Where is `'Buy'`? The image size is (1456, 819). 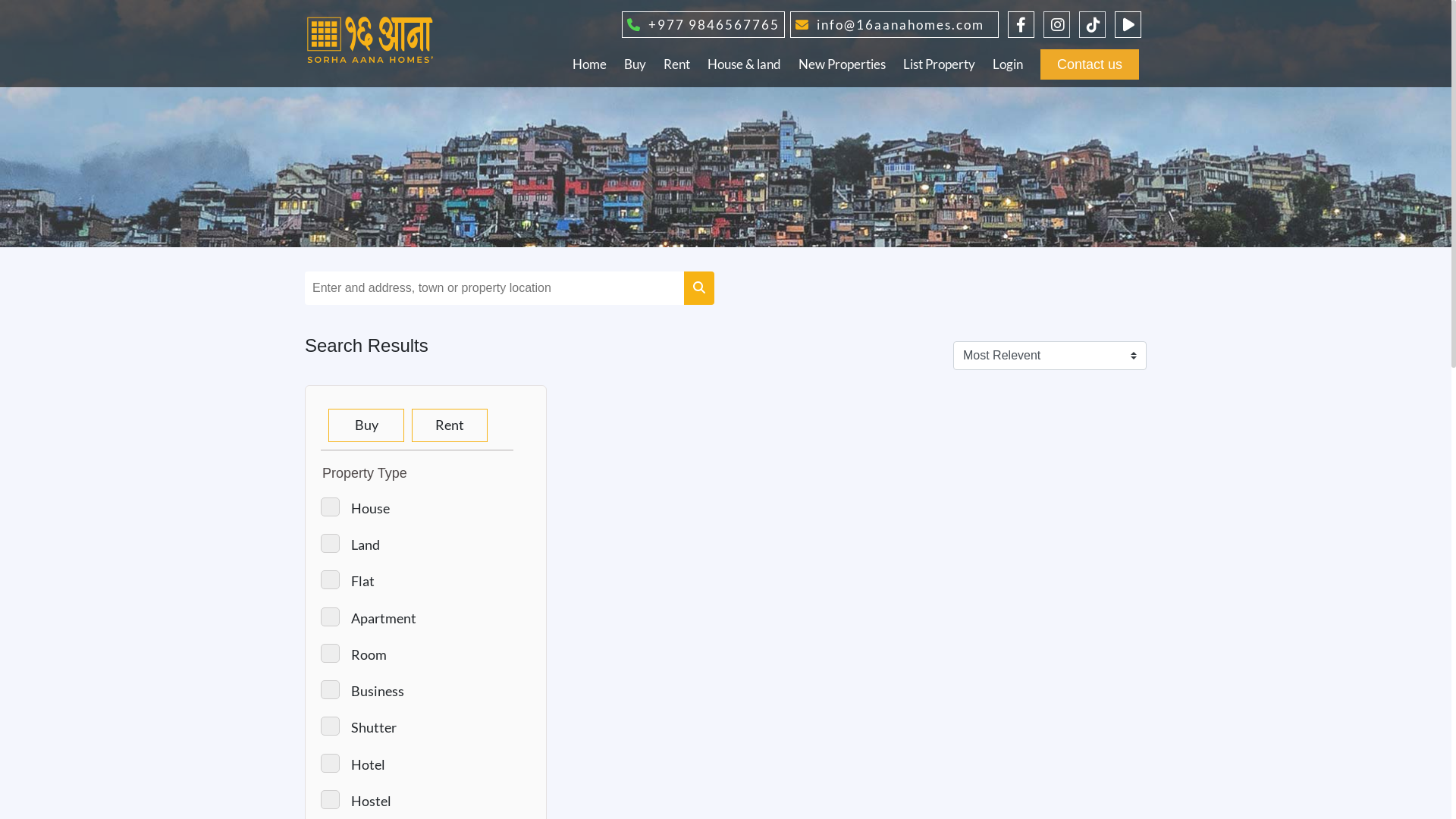
'Buy' is located at coordinates (366, 425).